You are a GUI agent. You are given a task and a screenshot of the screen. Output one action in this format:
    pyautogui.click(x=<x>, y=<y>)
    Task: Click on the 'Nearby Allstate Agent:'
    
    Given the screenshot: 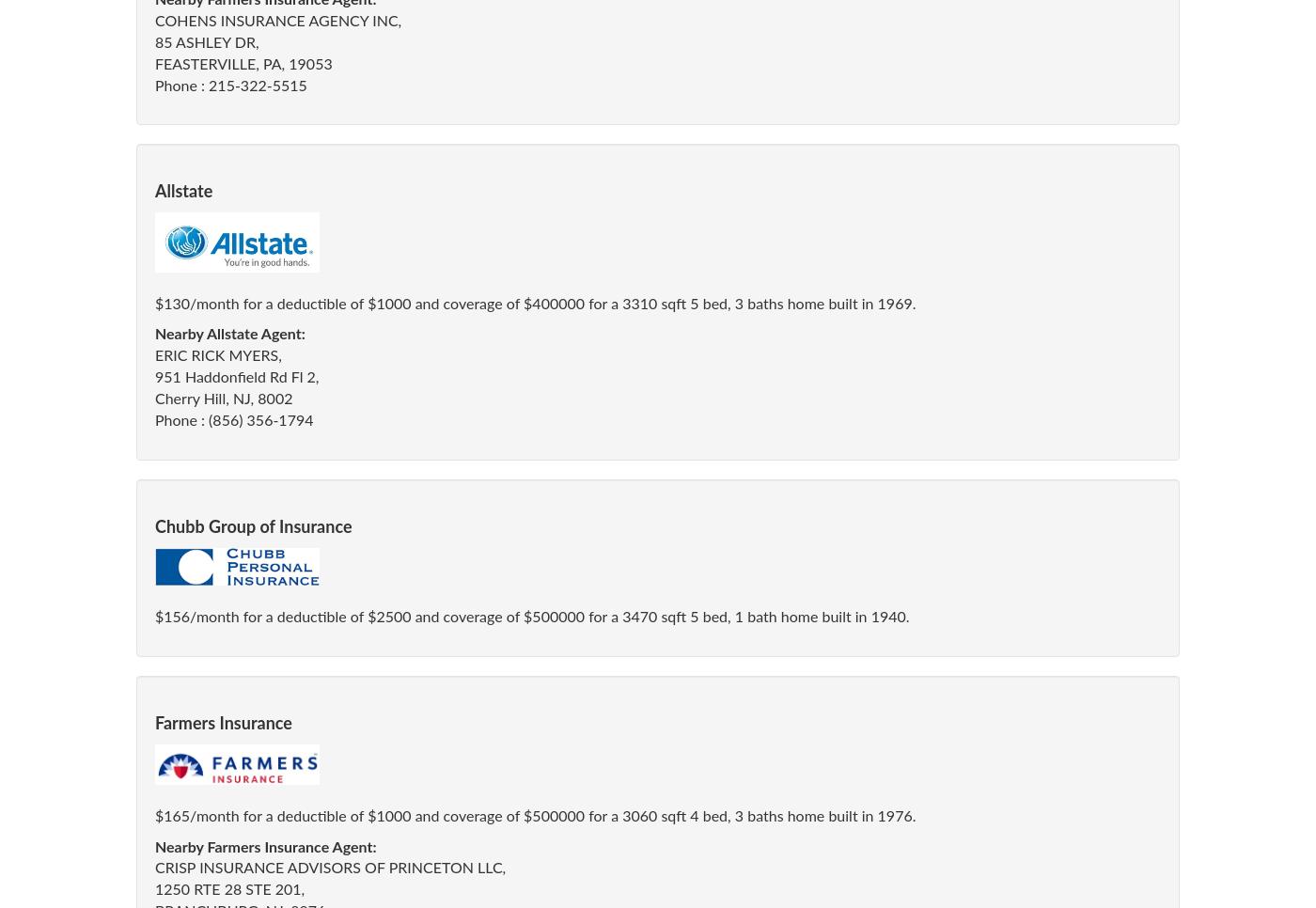 What is the action you would take?
    pyautogui.click(x=229, y=333)
    